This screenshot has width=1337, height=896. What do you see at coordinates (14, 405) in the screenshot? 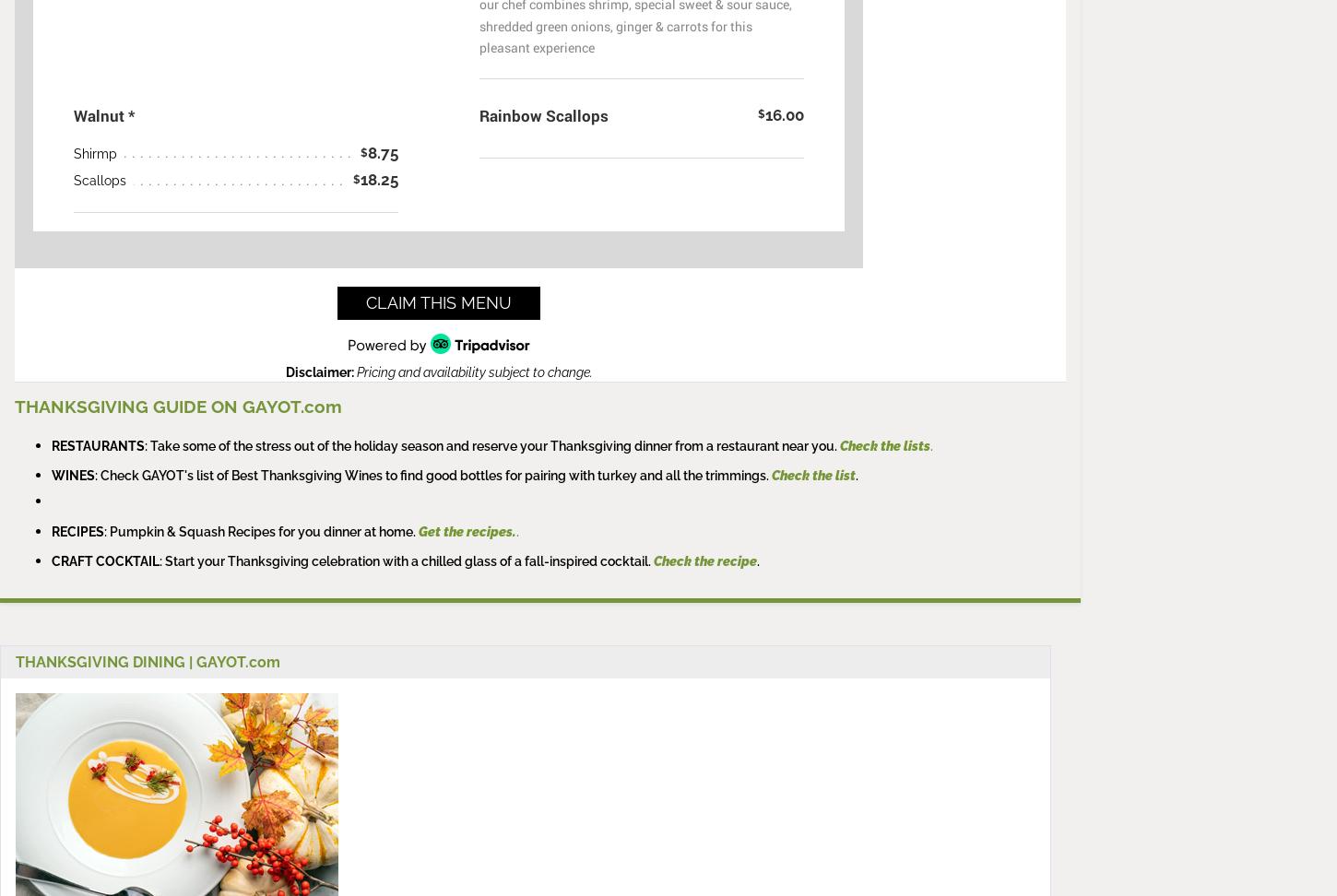
I see `'THANKSGIVING GUIDE ON GAYOT.com'` at bounding box center [14, 405].